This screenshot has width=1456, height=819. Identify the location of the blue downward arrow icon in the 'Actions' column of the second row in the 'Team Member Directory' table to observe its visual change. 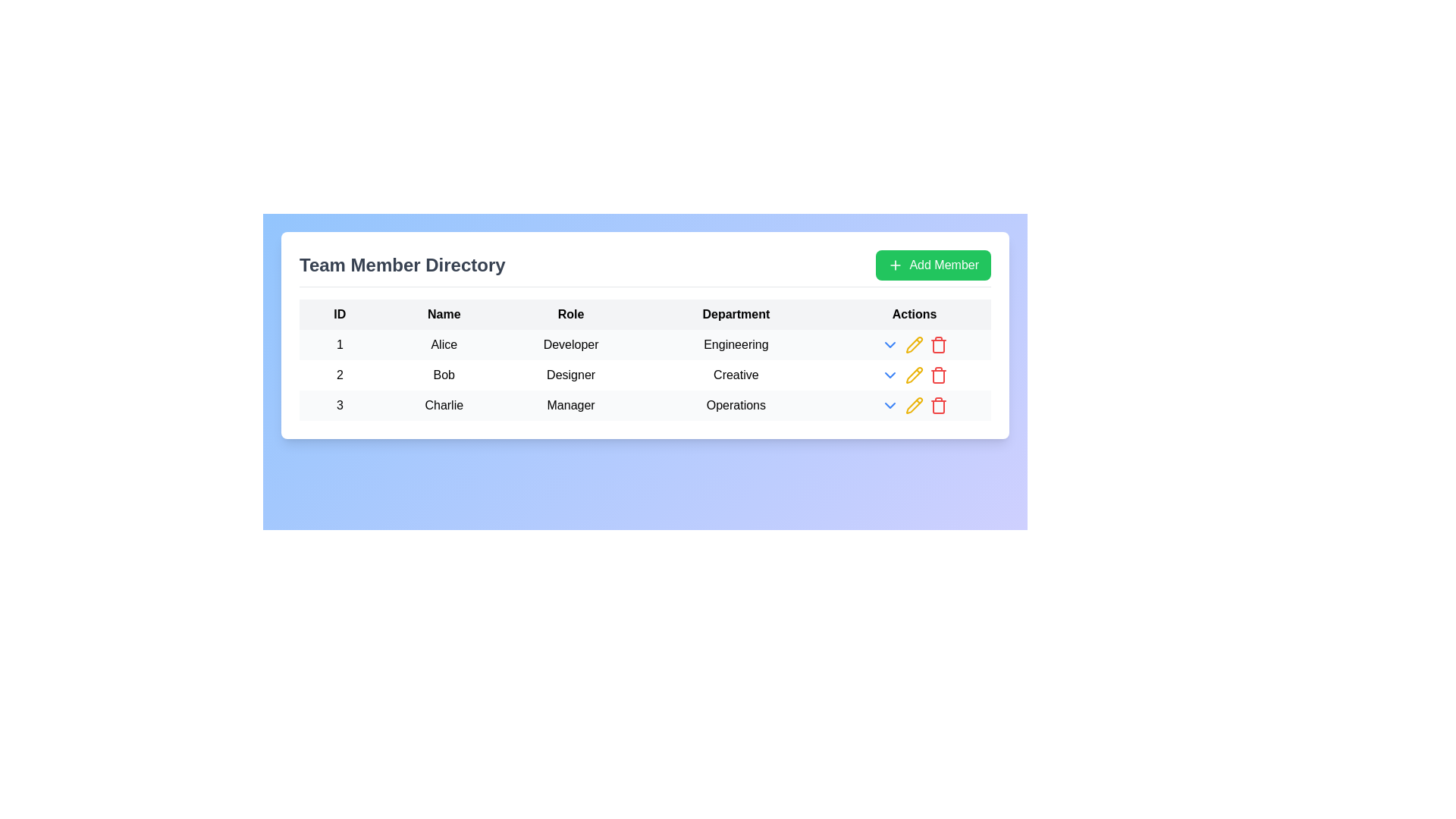
(890, 375).